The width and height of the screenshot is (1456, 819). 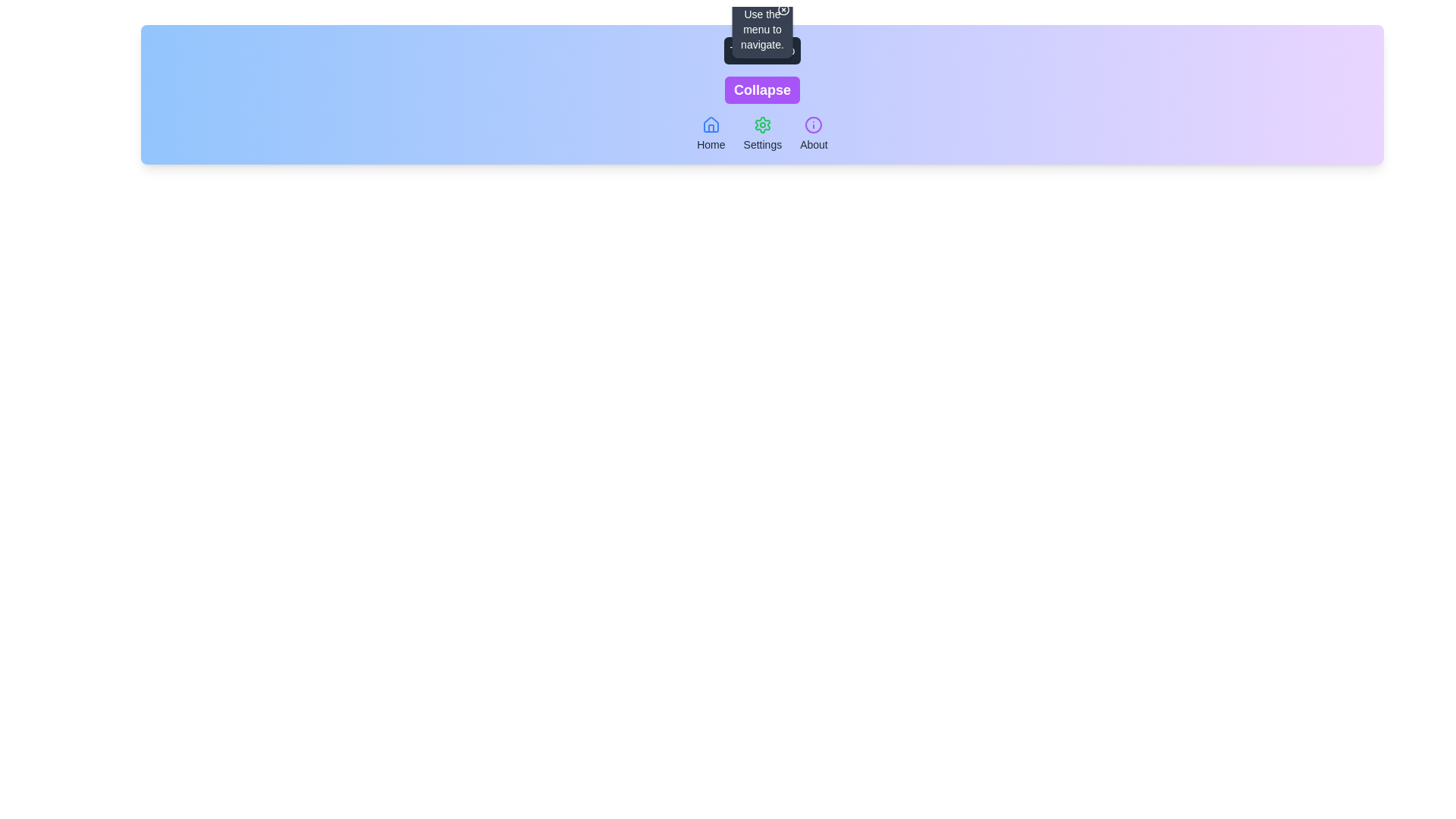 What do you see at coordinates (762, 124) in the screenshot?
I see `the gear icon located centrally in the navigation bar above the 'Settings' label` at bounding box center [762, 124].